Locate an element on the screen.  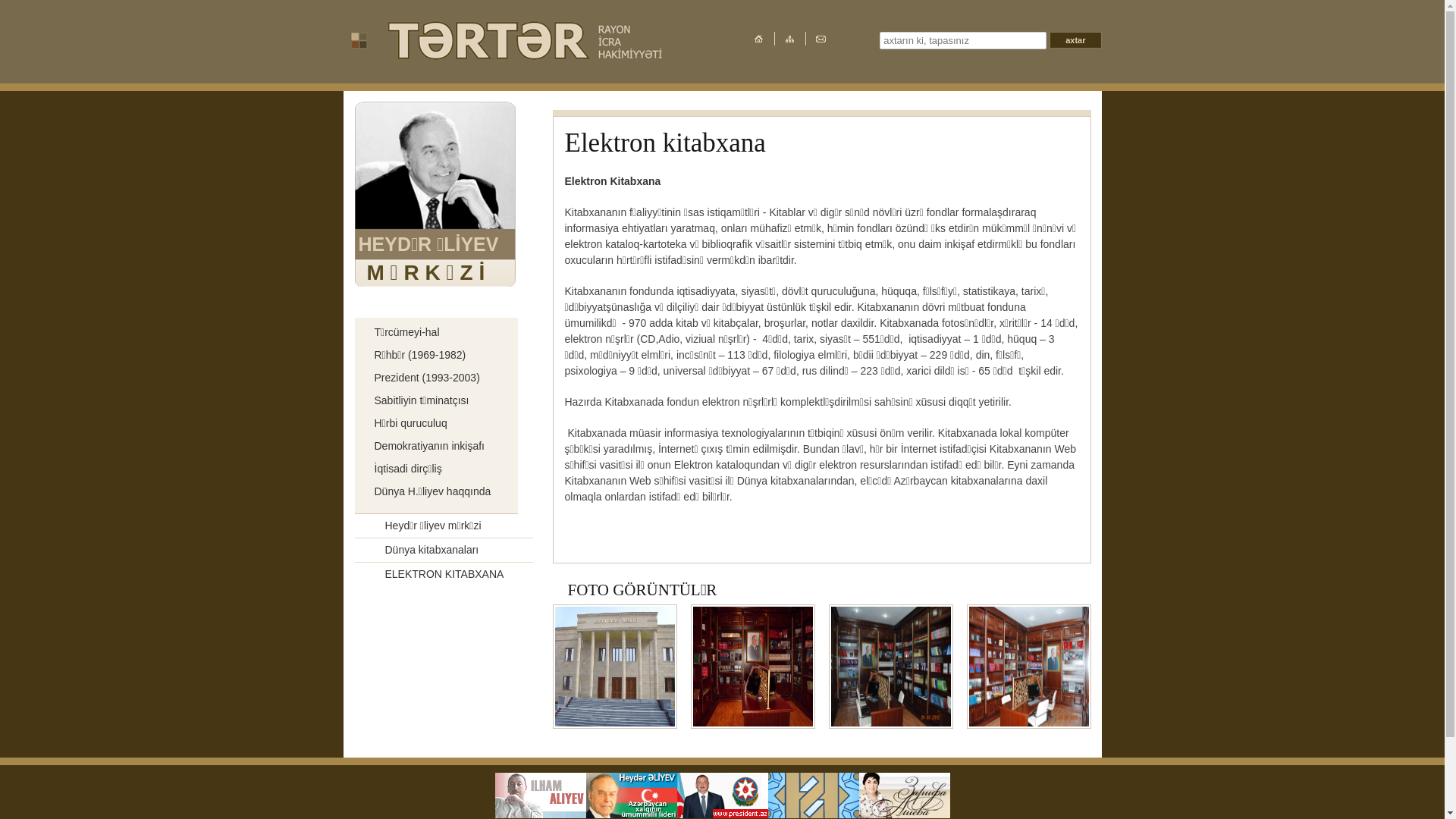
'ELEKTRON KITABXANA' is located at coordinates (353, 573).